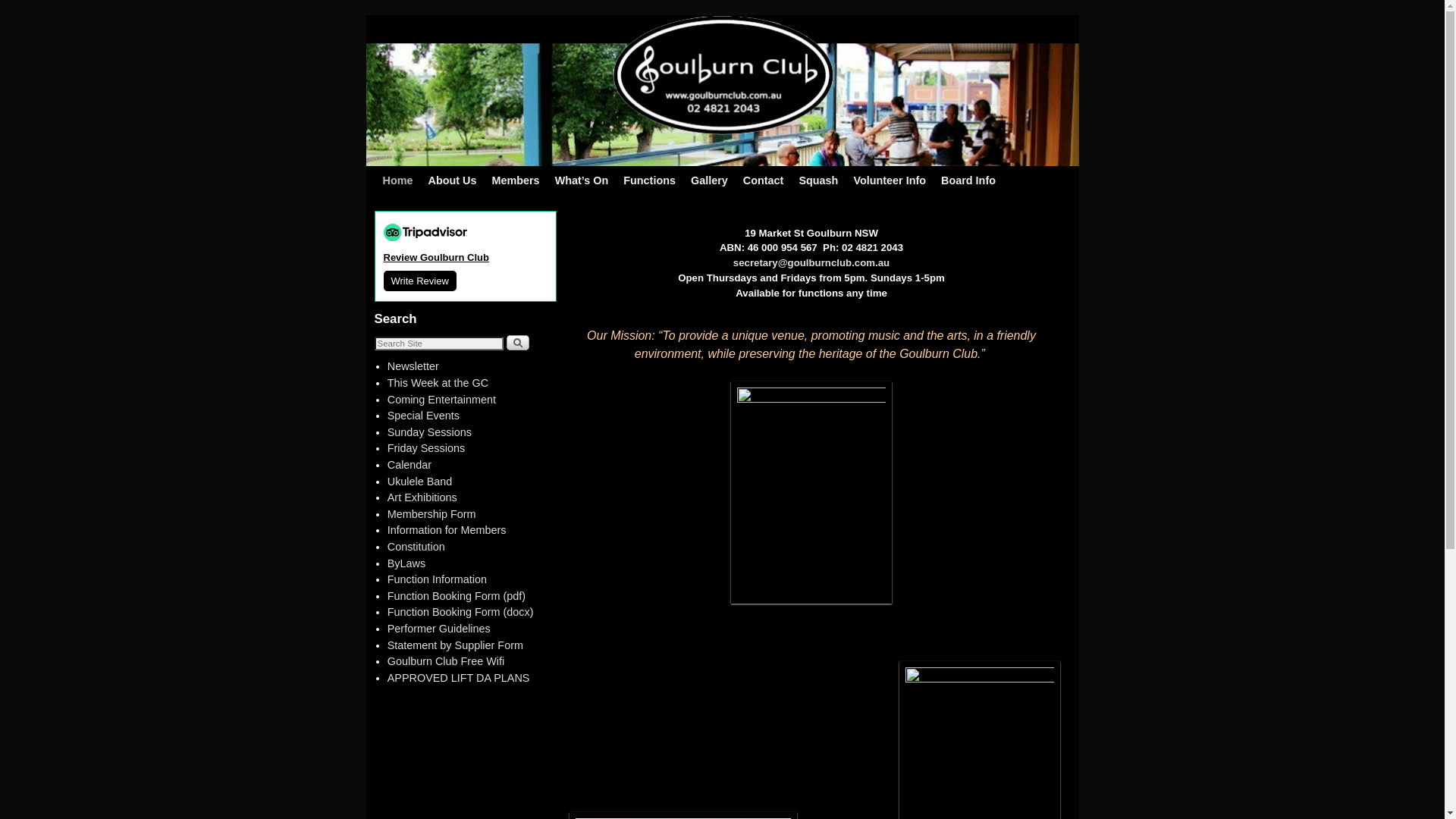 This screenshot has height=819, width=1456. Describe the element at coordinates (419, 281) in the screenshot. I see `'Write Review'` at that location.